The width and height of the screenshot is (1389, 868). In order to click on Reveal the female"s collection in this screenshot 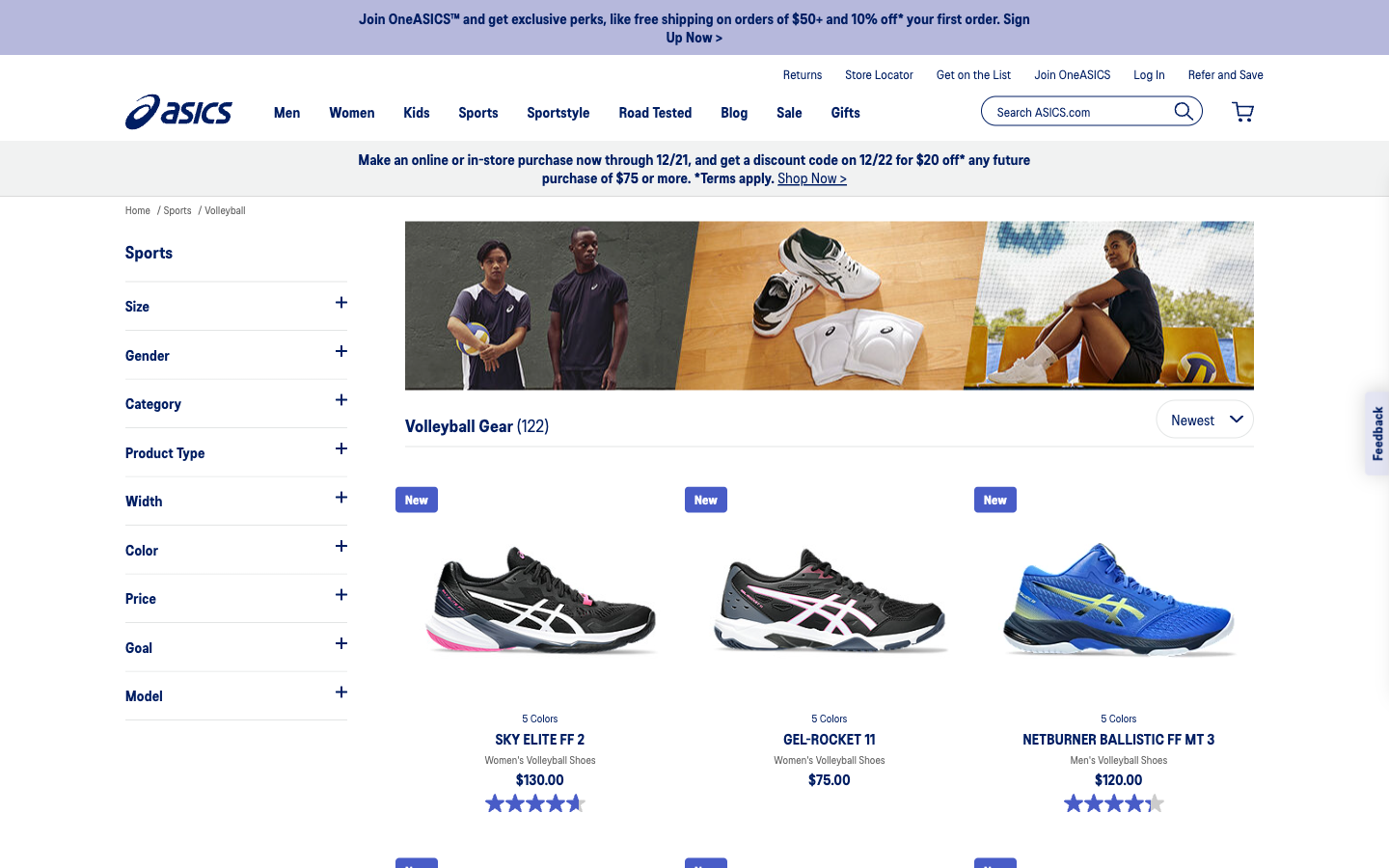, I will do `click(234, 354)`.